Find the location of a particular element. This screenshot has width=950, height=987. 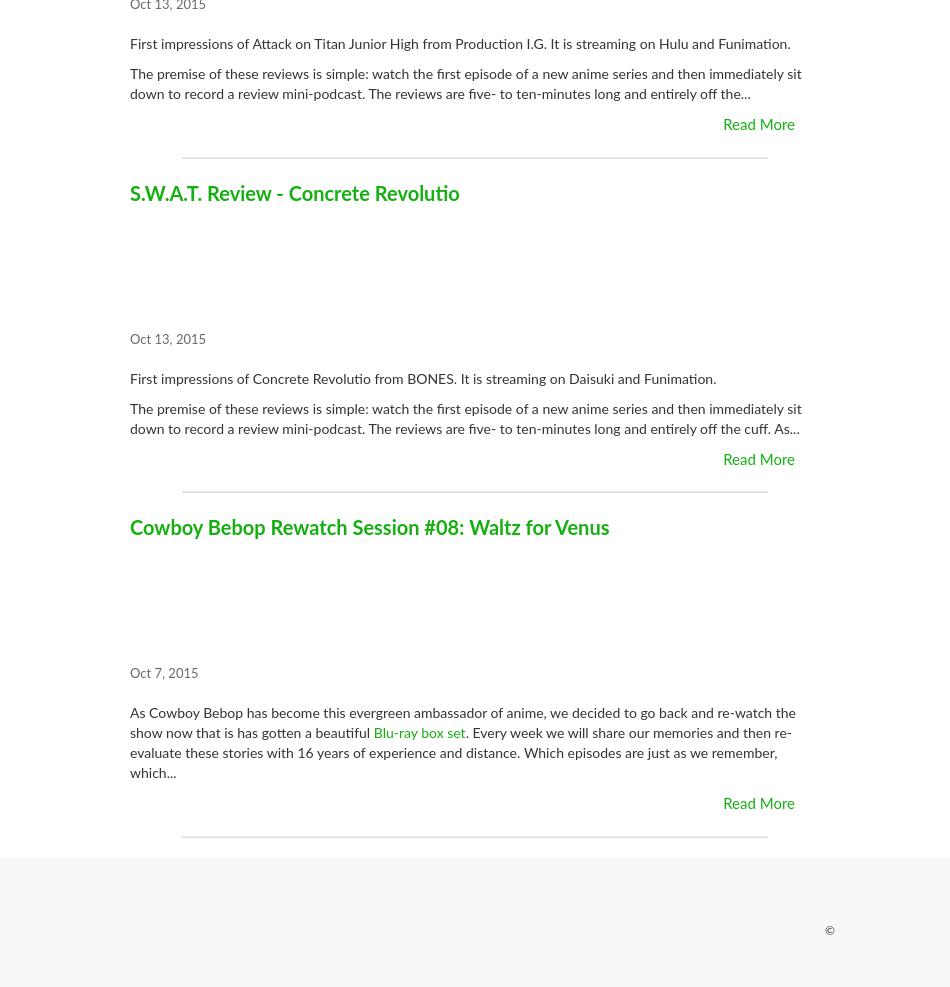

'As Cowboy Bebop has become this evergreen ambassador of
anime, we decided to go back and re-watch the show now that is has
gotten a beautiful' is located at coordinates (129, 722).